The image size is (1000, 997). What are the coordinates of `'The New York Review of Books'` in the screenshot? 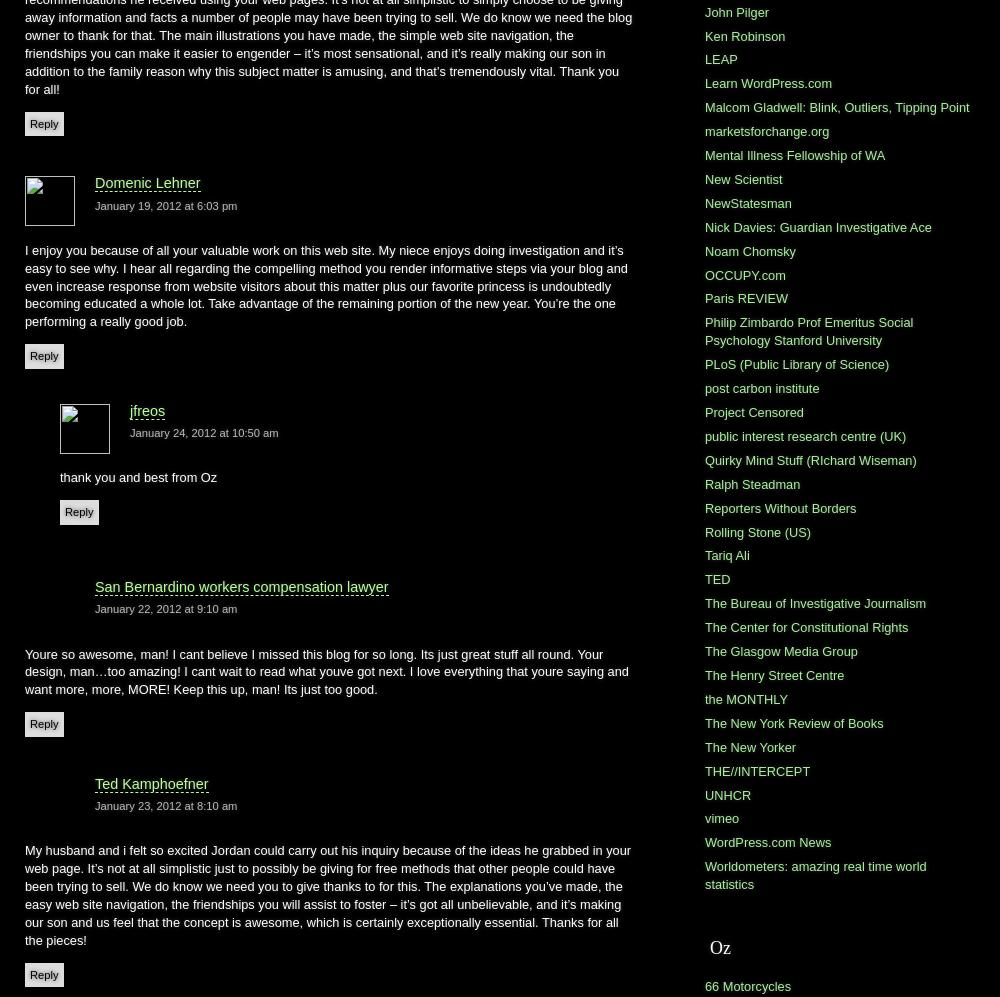 It's located at (794, 721).